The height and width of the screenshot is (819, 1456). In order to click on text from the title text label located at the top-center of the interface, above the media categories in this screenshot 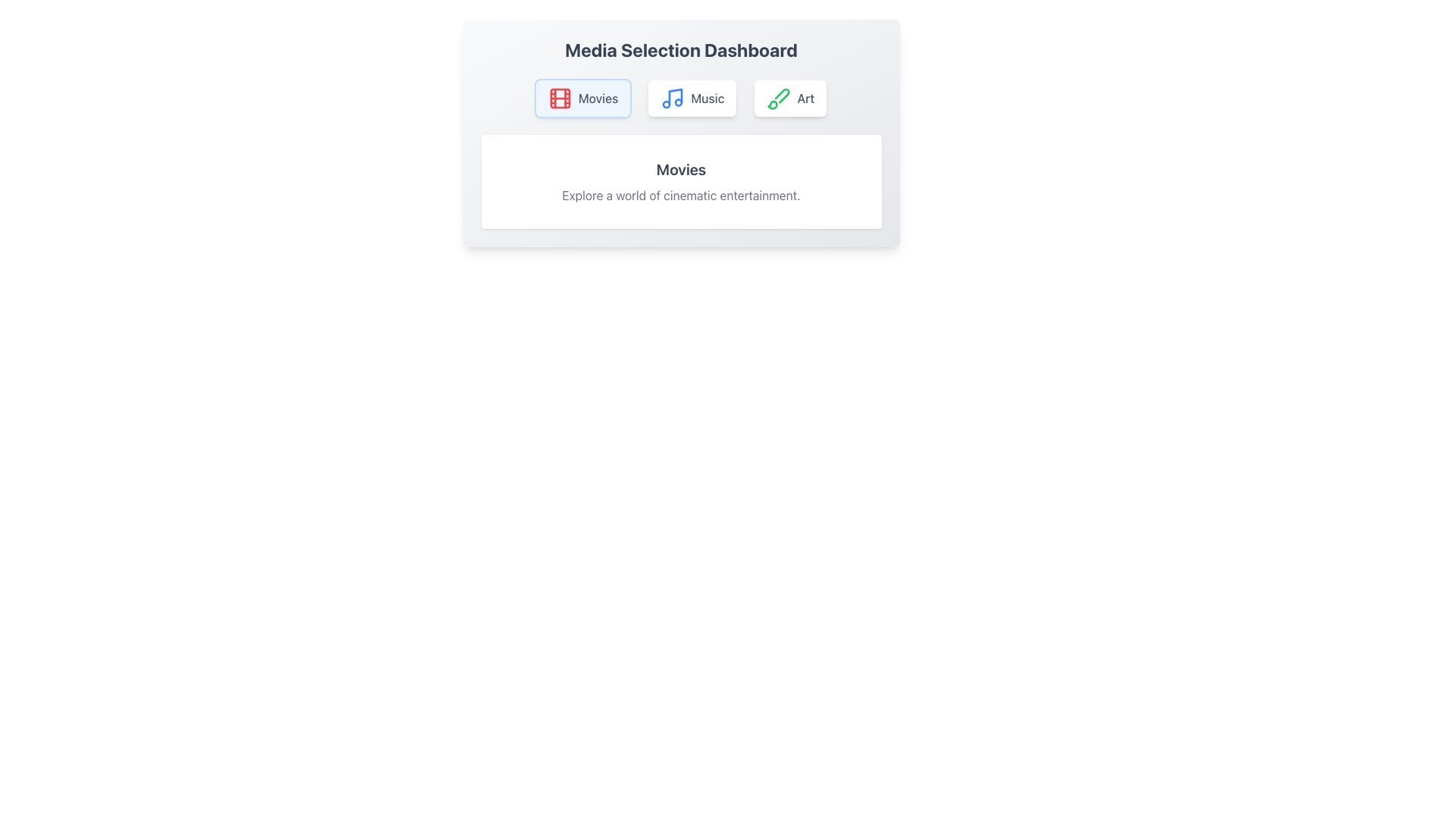, I will do `click(680, 49)`.